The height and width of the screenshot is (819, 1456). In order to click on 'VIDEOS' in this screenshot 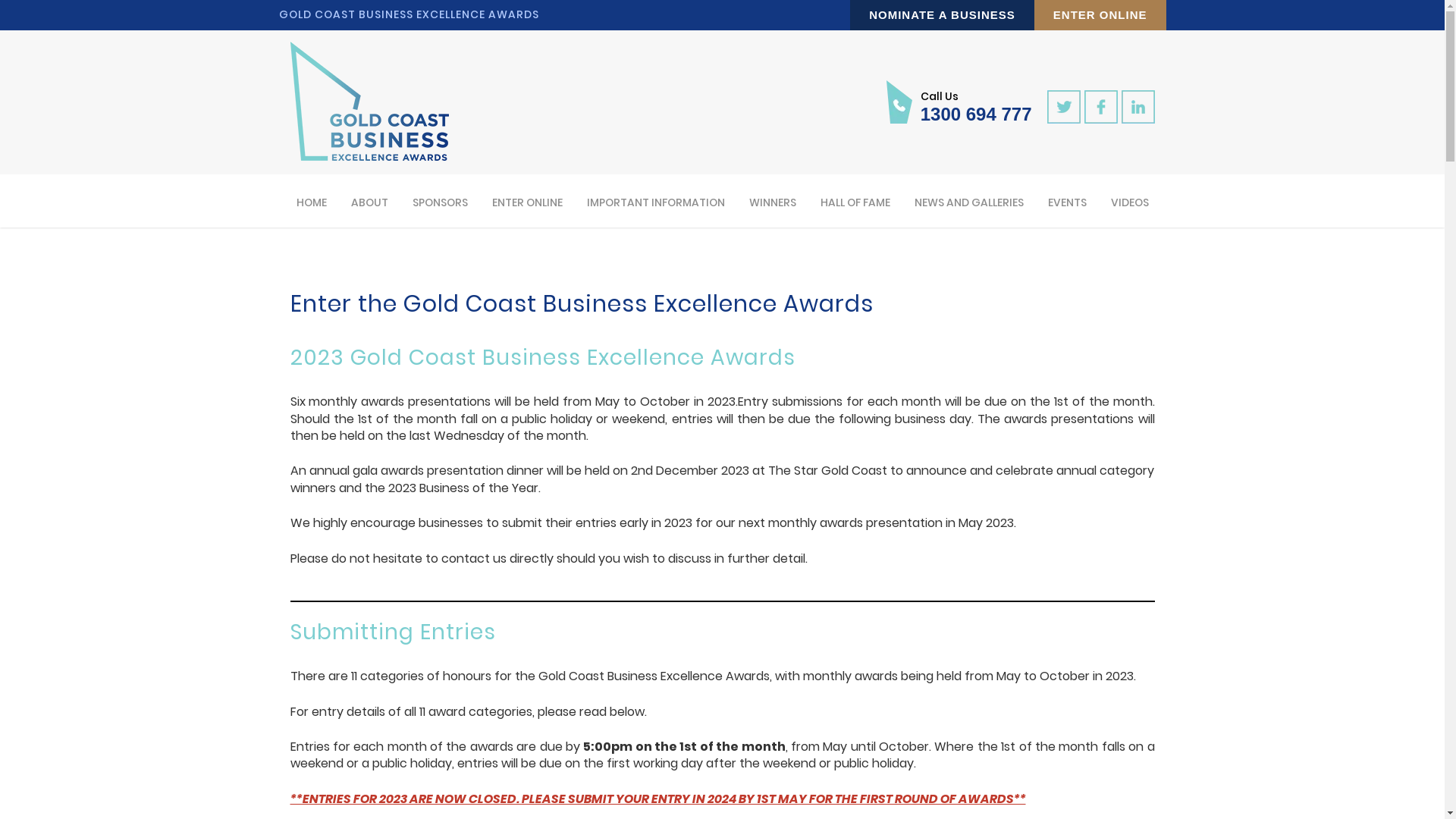, I will do `click(1129, 200)`.